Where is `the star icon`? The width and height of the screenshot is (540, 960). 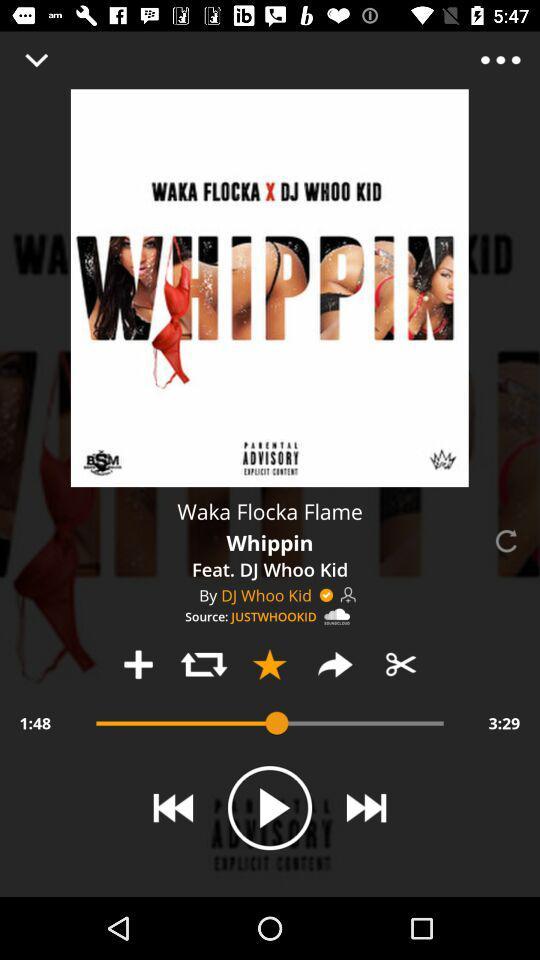 the star icon is located at coordinates (269, 664).